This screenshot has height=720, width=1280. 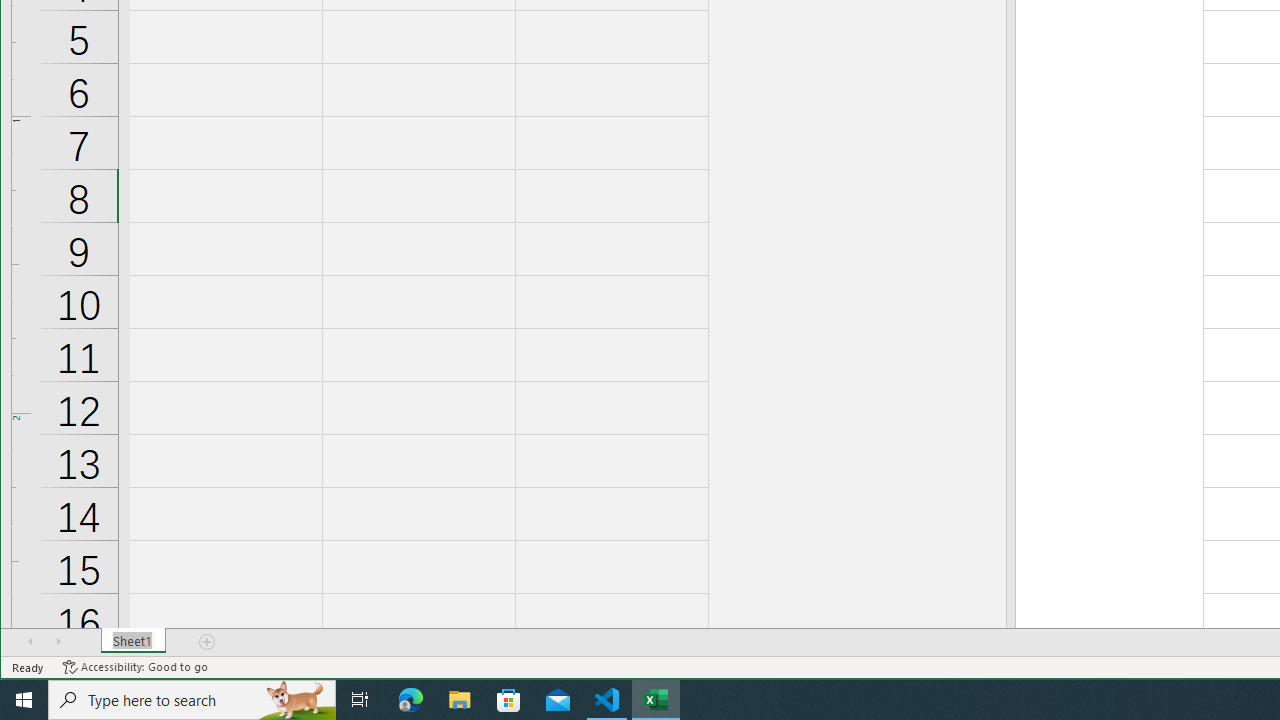 I want to click on 'Add Sheet', so click(x=208, y=641).